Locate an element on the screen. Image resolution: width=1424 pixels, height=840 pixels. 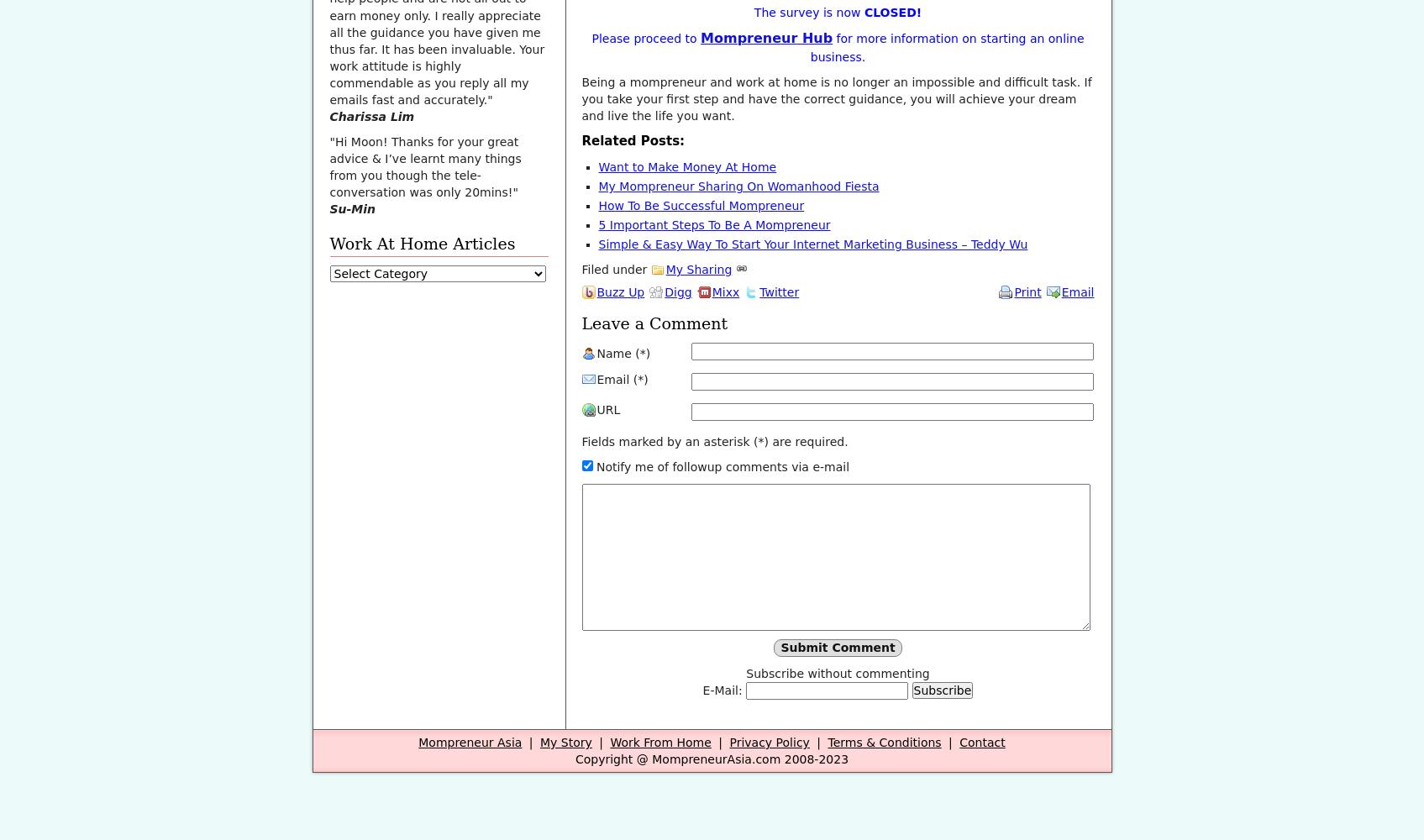
'My Sharing' is located at coordinates (698, 269).